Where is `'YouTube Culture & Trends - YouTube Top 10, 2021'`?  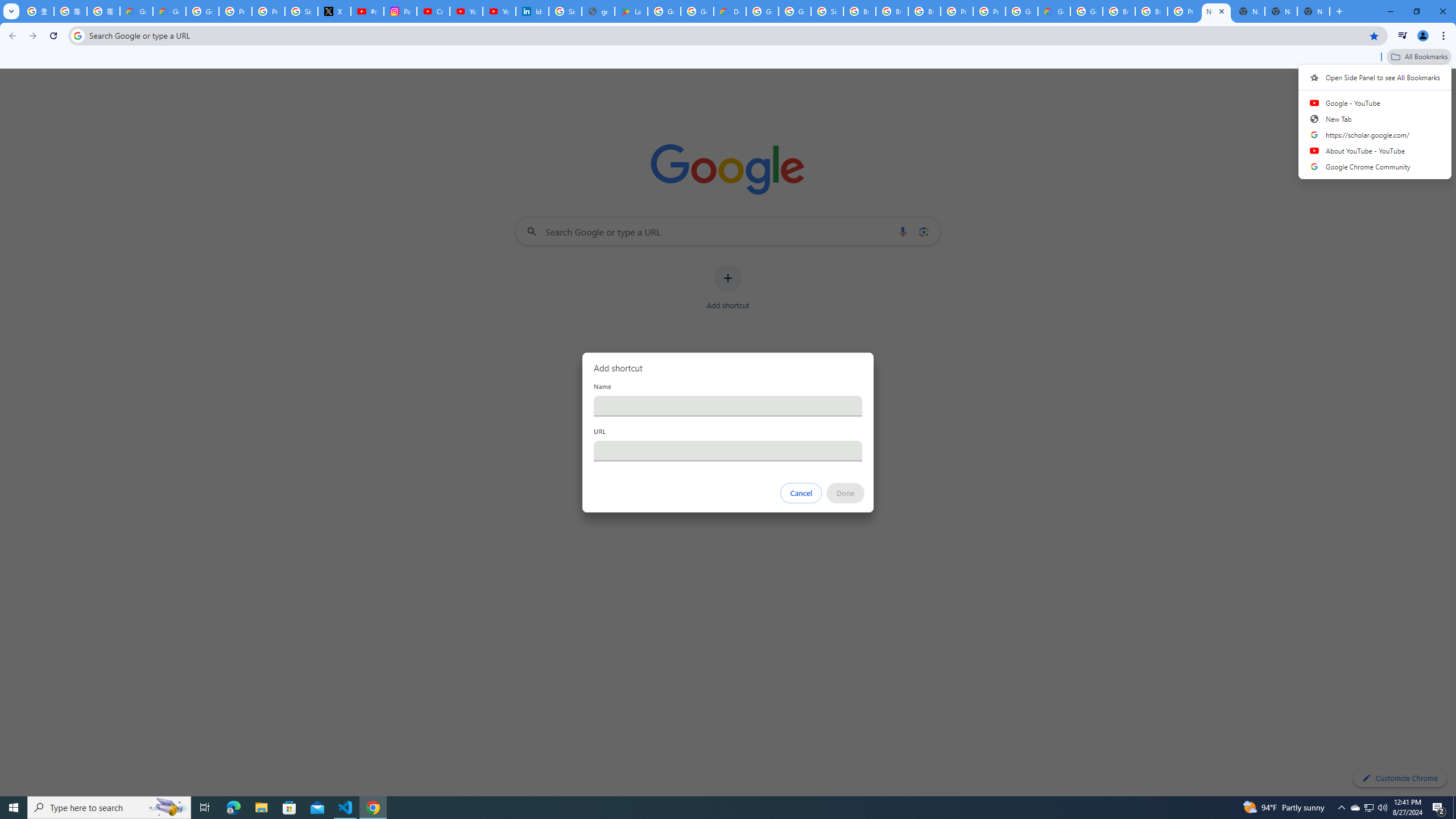 'YouTube Culture & Trends - YouTube Top 10, 2021' is located at coordinates (499, 11).